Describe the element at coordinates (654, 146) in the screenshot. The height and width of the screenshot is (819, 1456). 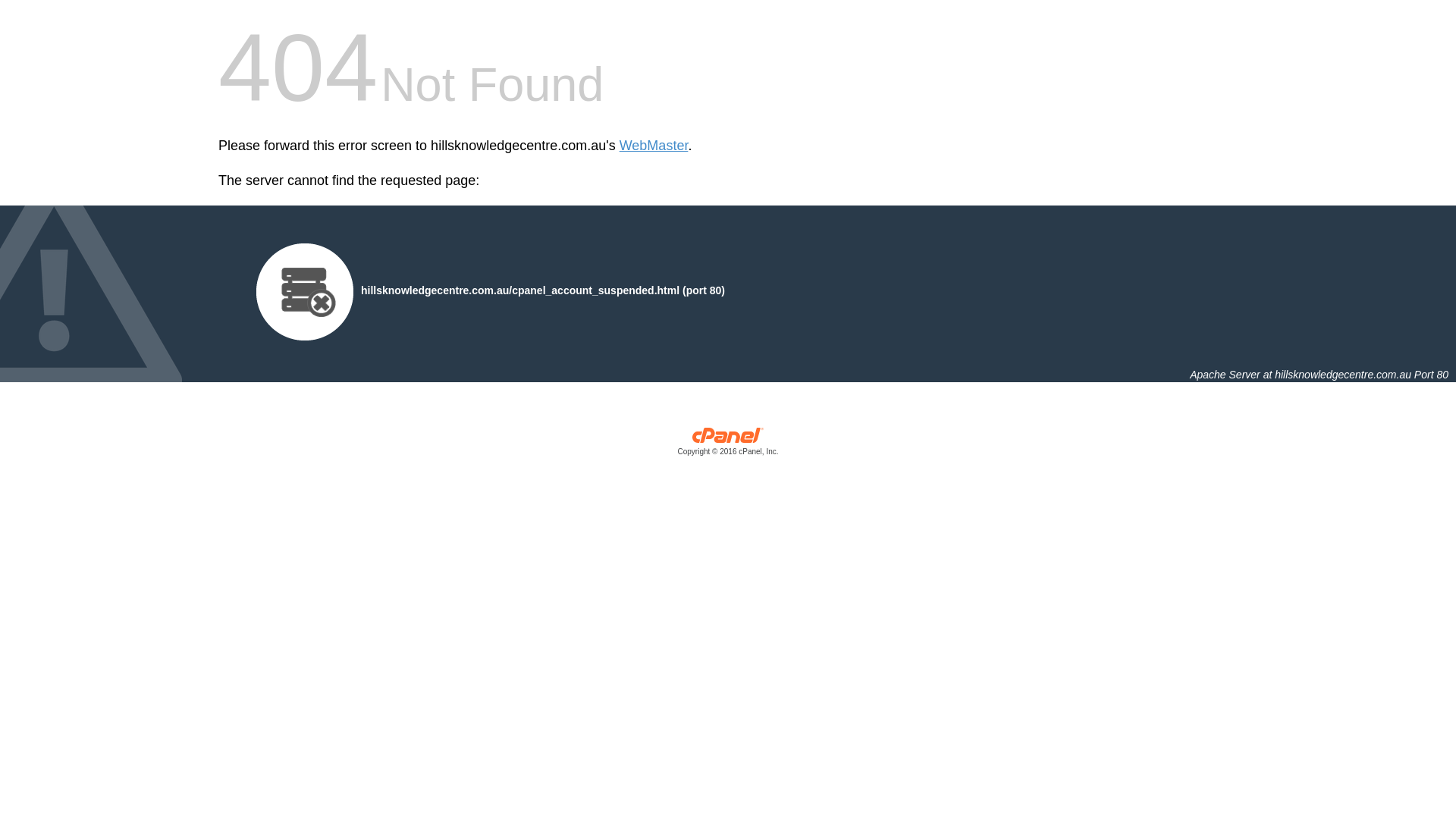
I see `'WebMaster'` at that location.